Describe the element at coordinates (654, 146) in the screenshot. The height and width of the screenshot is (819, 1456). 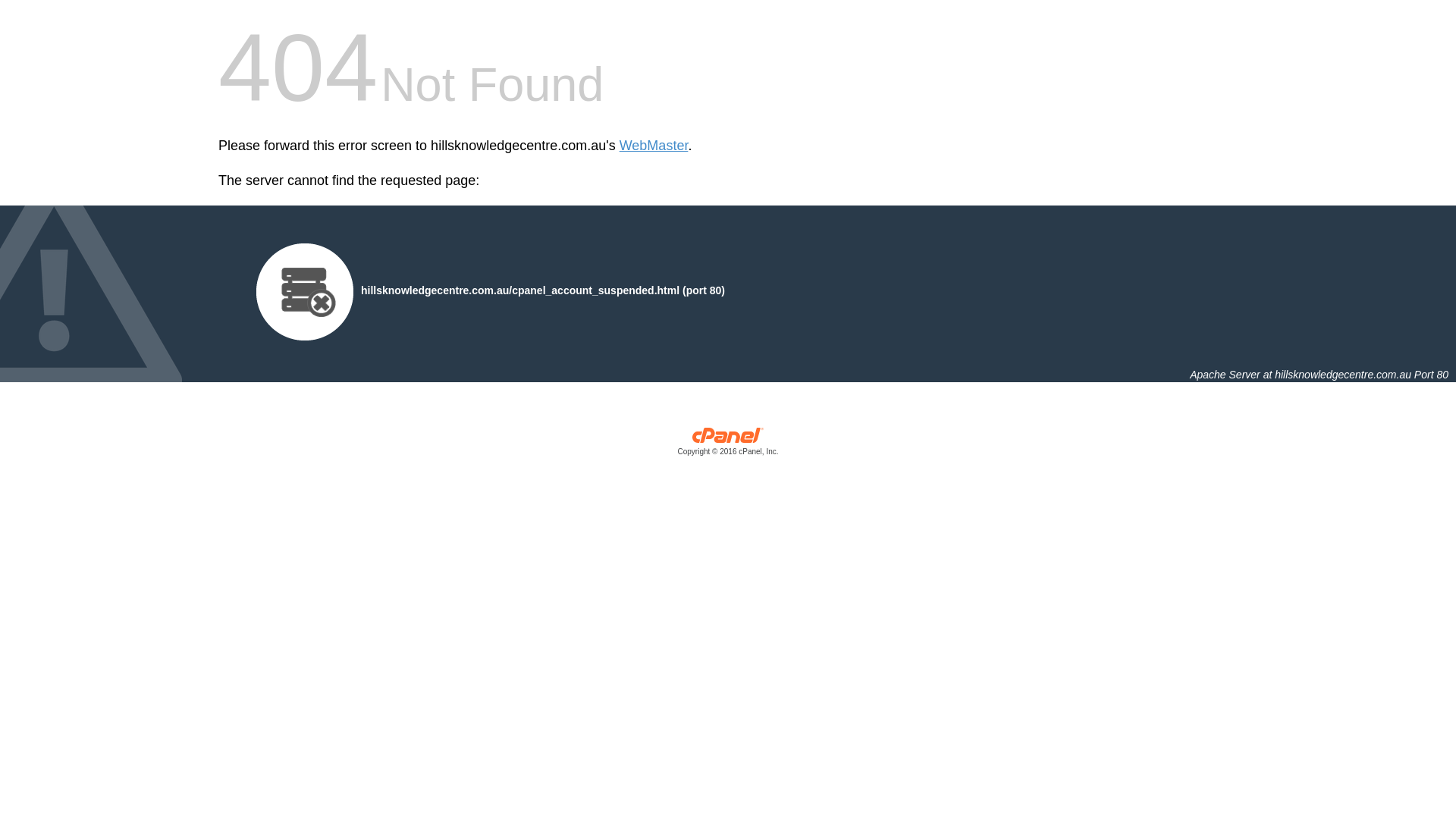
I see `'WebMaster'` at that location.